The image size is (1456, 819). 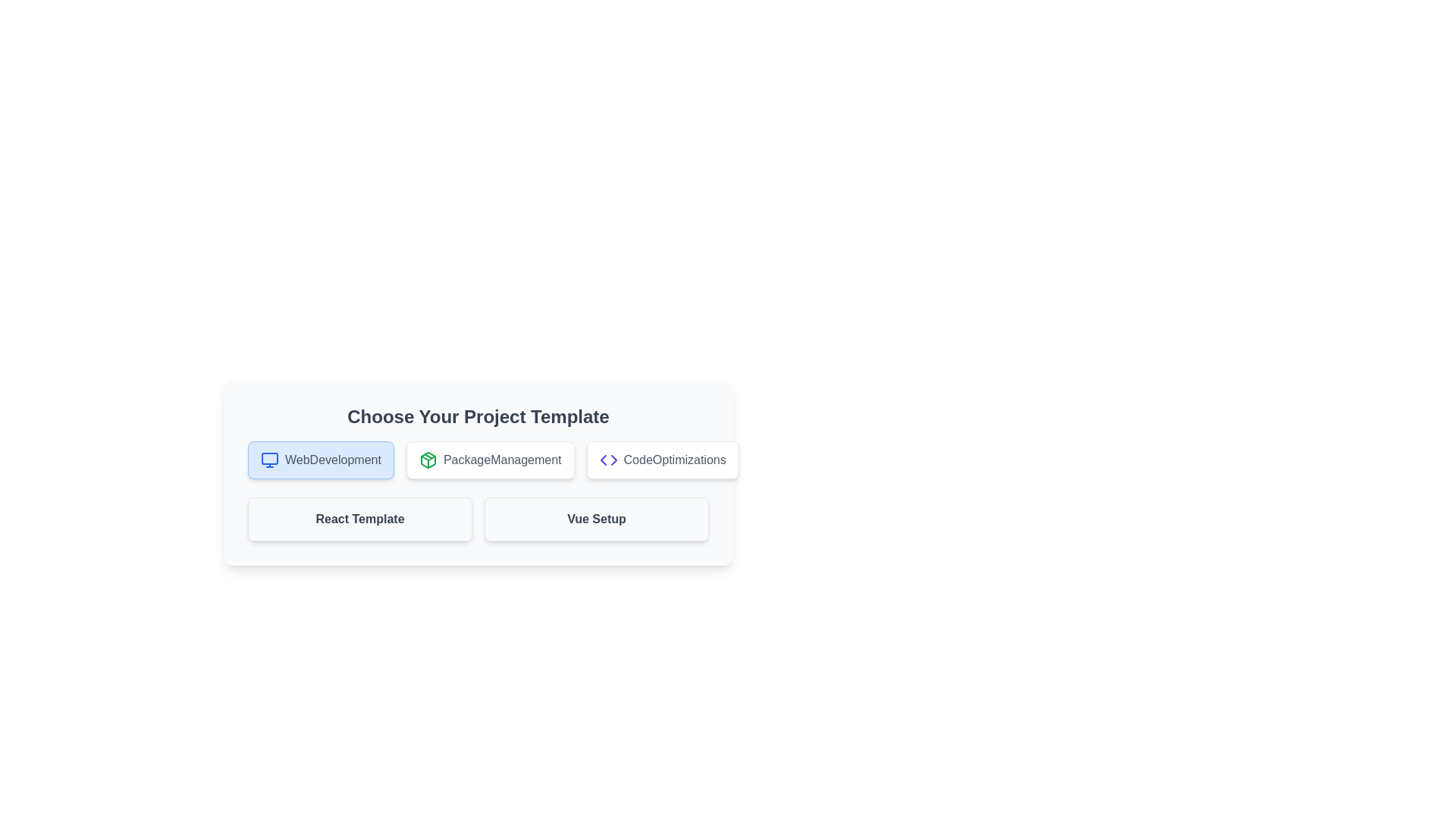 What do you see at coordinates (490, 459) in the screenshot?
I see `the 'PackageManagement' button, which is a rectangular button with rounded corners, featuring a green 3D box icon on the left and the text 'PackageManagement' in gray font on the right` at bounding box center [490, 459].